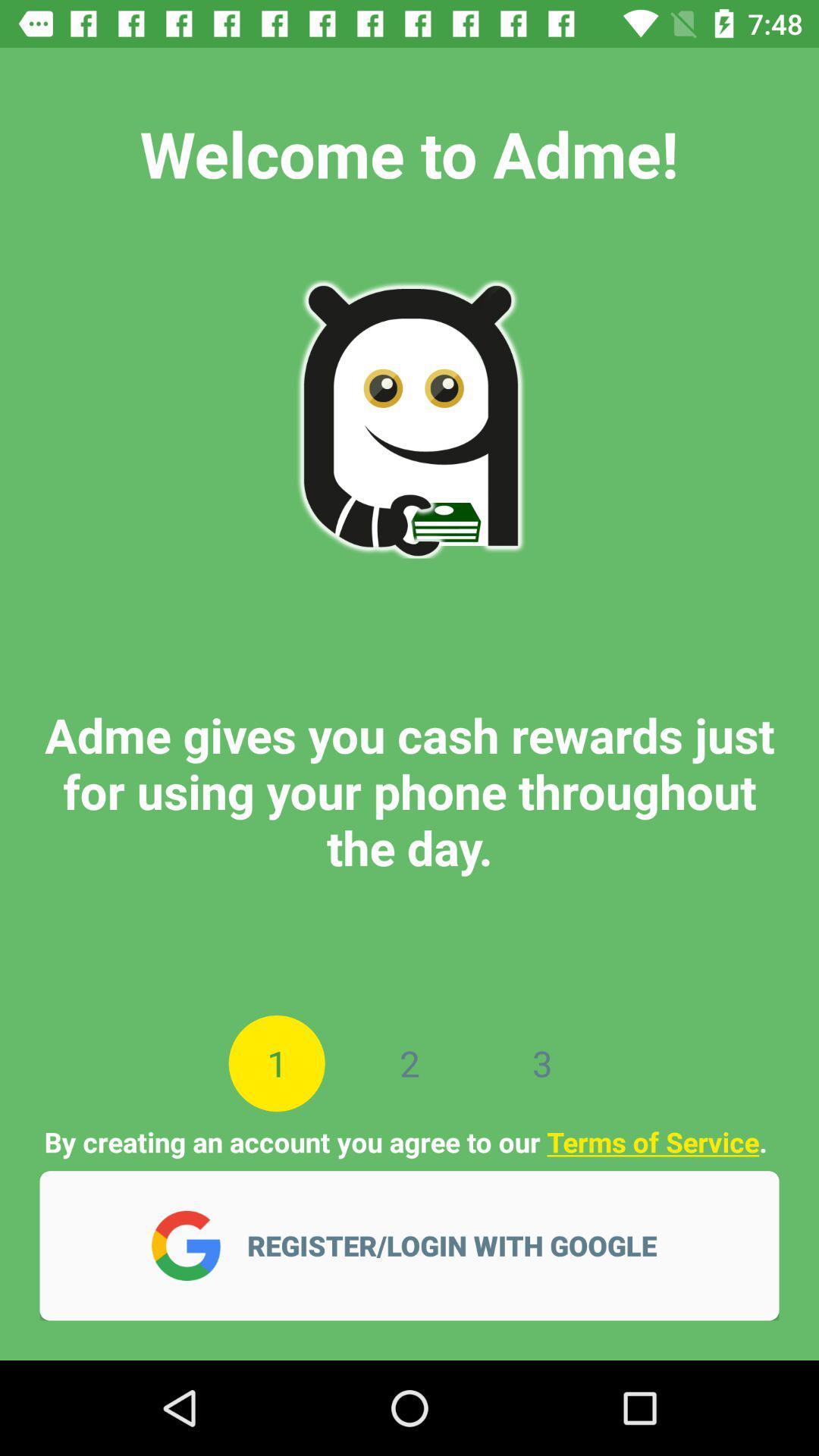  I want to click on the icon to the right of the 2, so click(541, 1062).